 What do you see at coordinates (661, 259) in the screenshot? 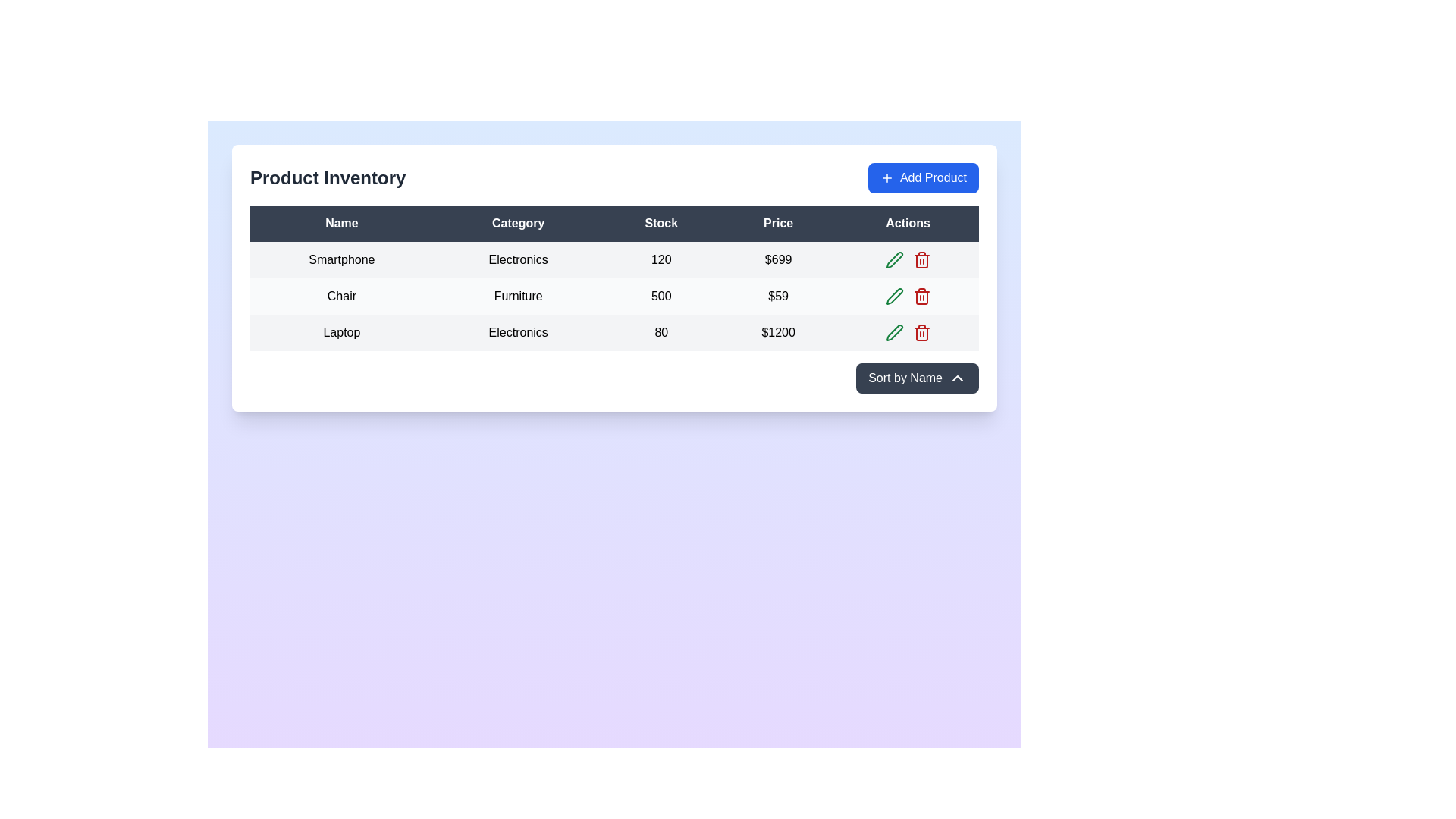
I see `the text displaying the quantity of stock available for the item in the first row of the table, located in the third column under the 'Stock' header` at bounding box center [661, 259].